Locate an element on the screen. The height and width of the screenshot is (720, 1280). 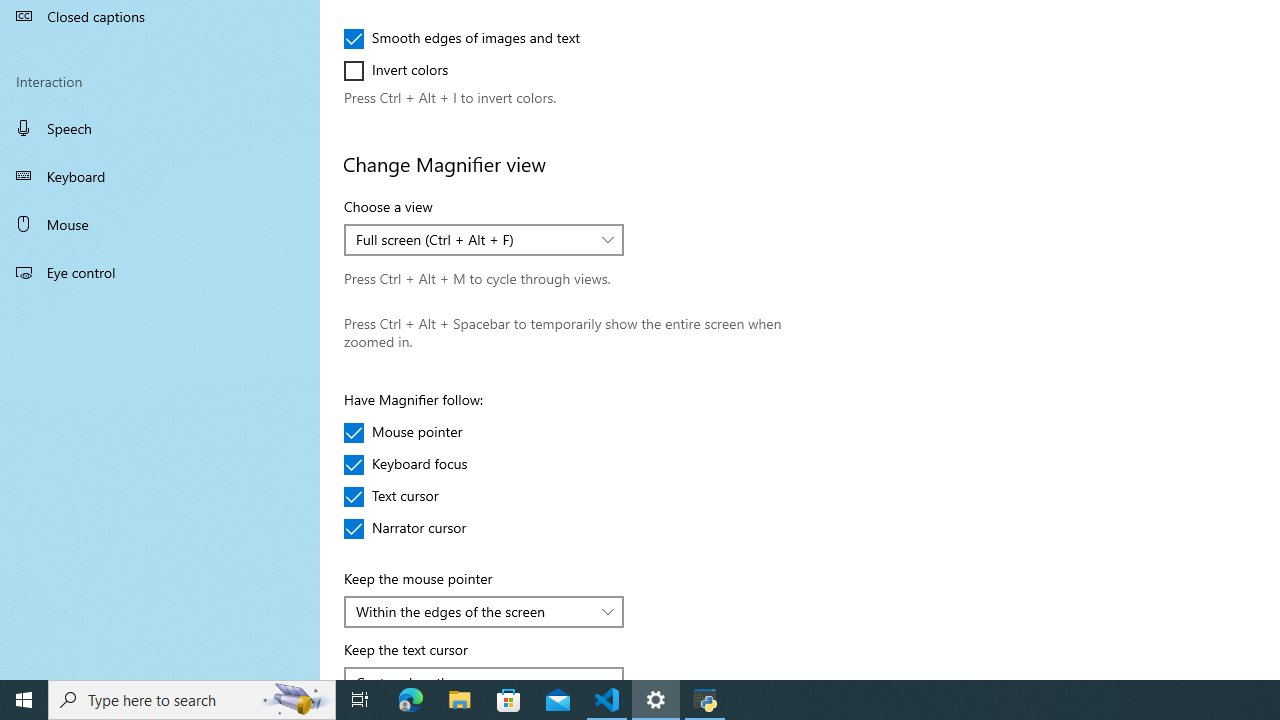
'Text cursor' is located at coordinates (402, 495).